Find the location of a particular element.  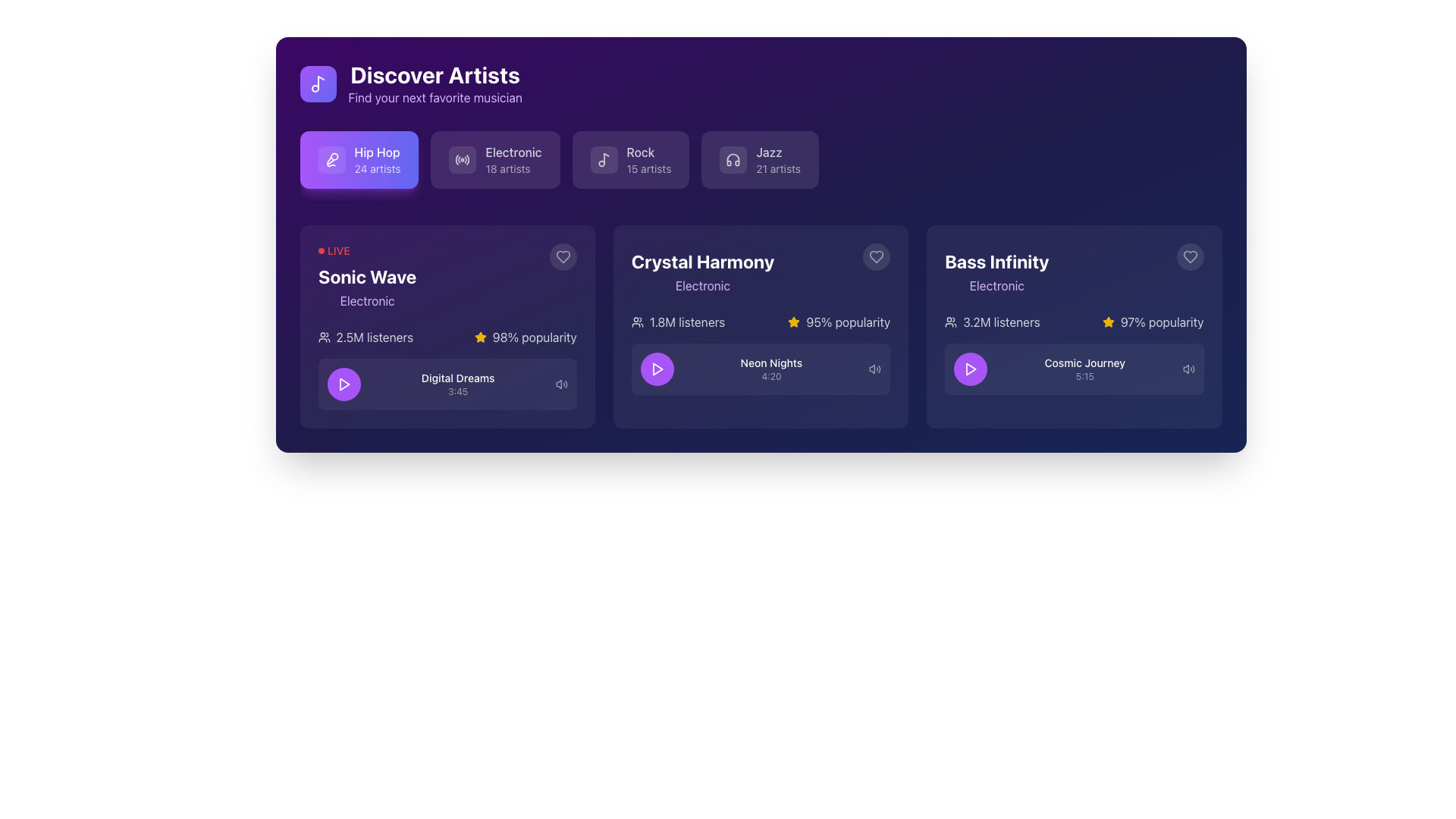

the 'Crystal Harmony' title and subtitle text element, which is displayed in bold white and smaller purple font against a dark card background, located in the second card of the horizontally arranged set is located at coordinates (701, 268).